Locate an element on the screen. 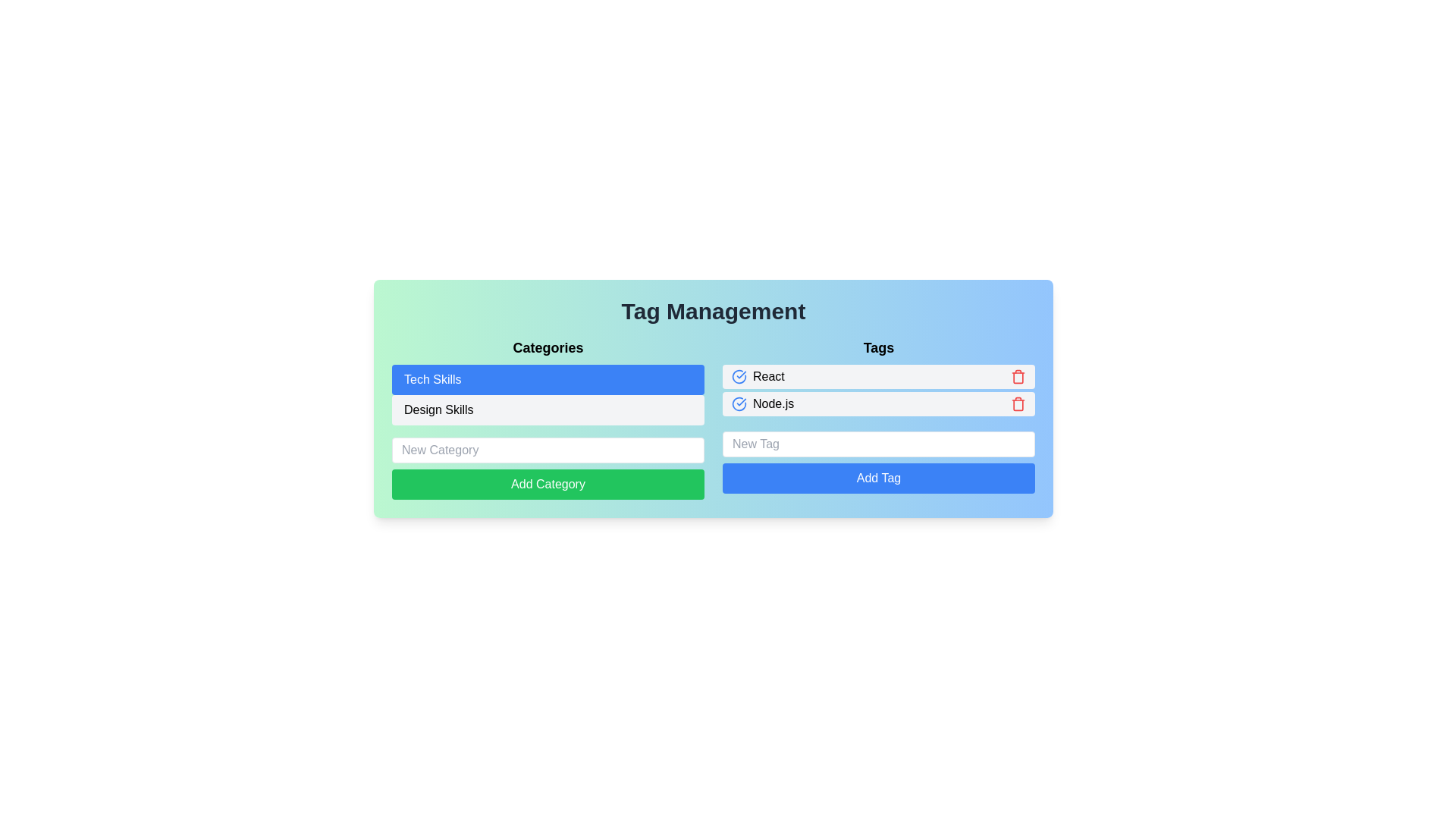 The image size is (1456, 819). the red trash bin icon button located next to the 'React' tag in the right-hand section titled 'Tags' is located at coordinates (1018, 376).